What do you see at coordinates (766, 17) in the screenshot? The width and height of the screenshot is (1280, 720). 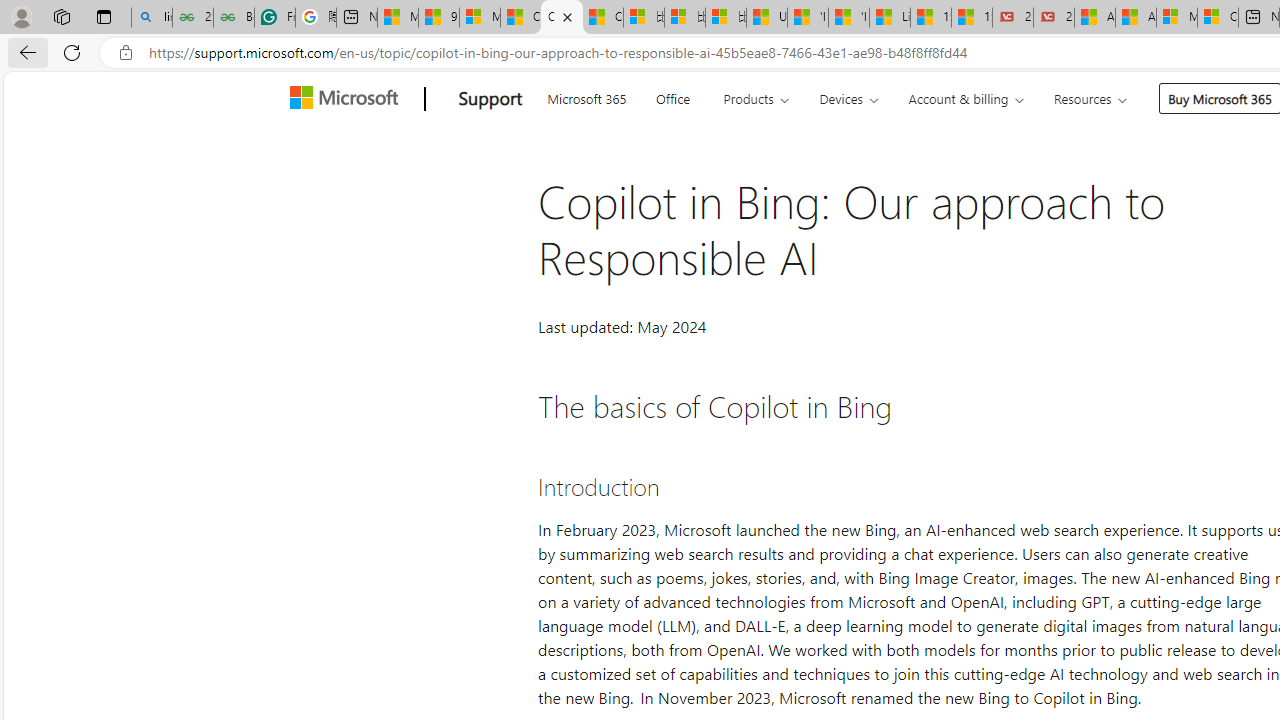 I see `'USA TODAY - MSN'` at bounding box center [766, 17].